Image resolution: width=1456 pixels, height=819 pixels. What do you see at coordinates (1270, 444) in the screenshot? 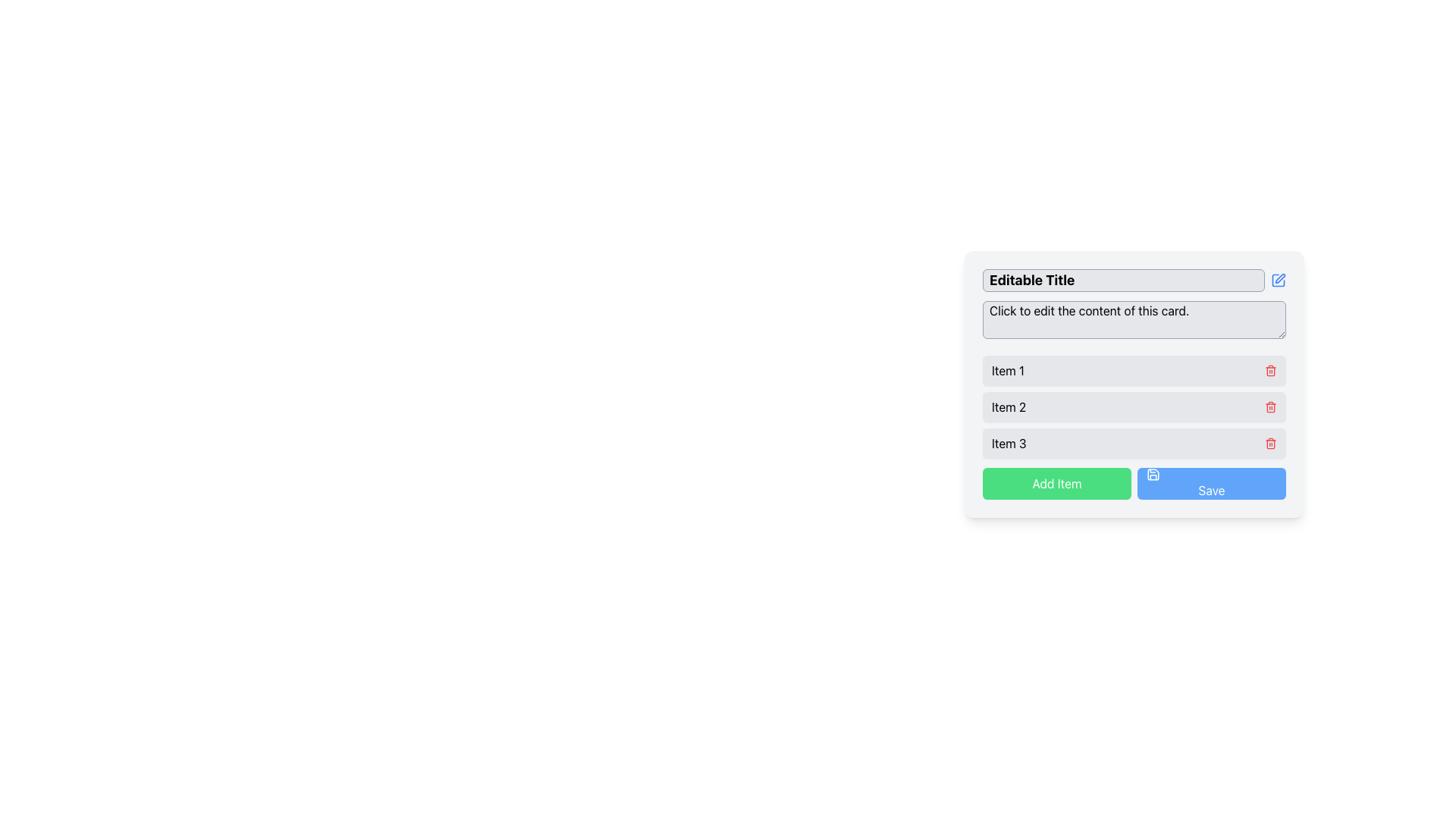
I see `the interactive trash can icon located to the right of 'Item 3' by tabbing through the elements` at bounding box center [1270, 444].